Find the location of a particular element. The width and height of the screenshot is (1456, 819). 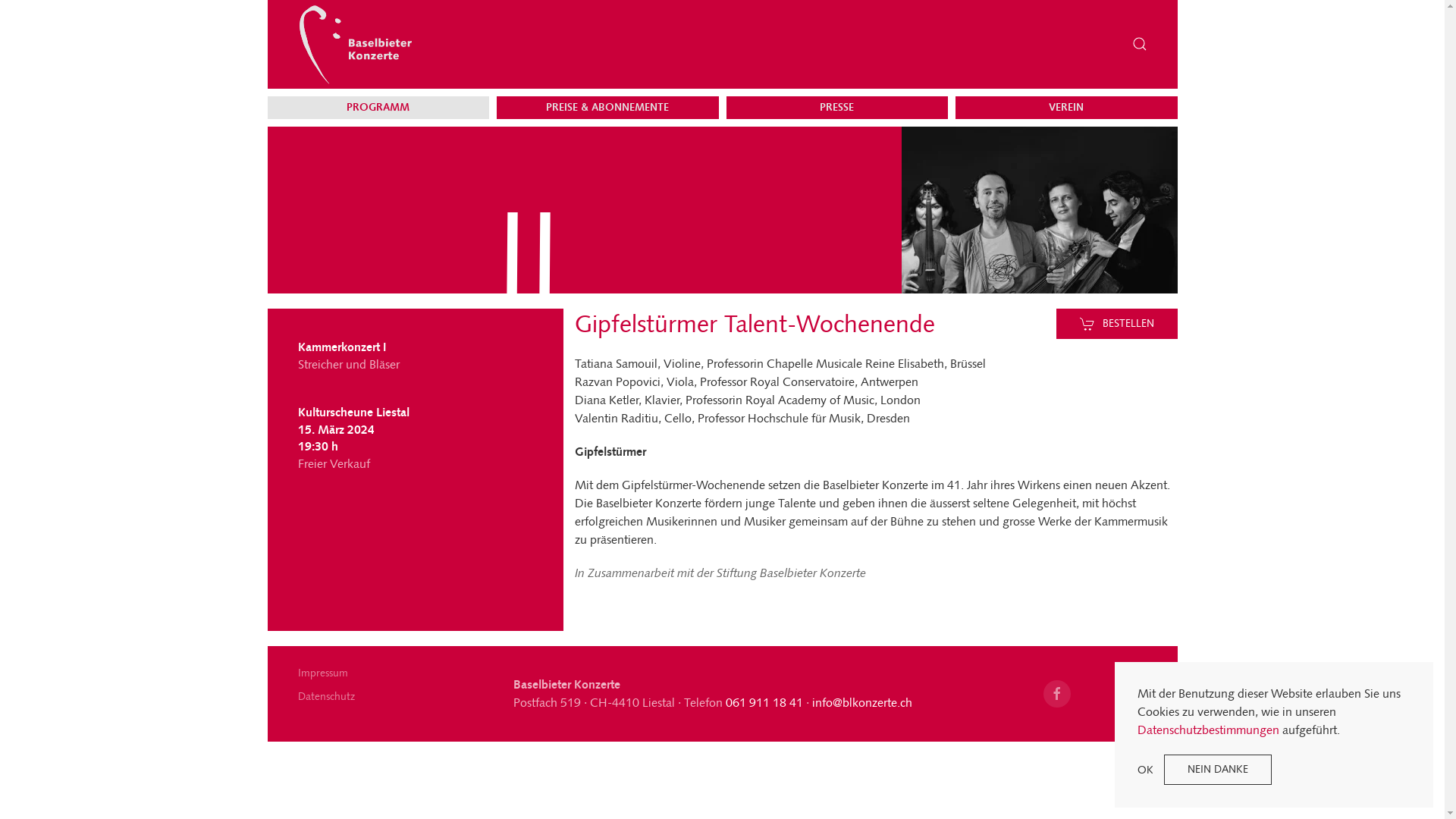

'PROGRAMM' is located at coordinates (378, 107).